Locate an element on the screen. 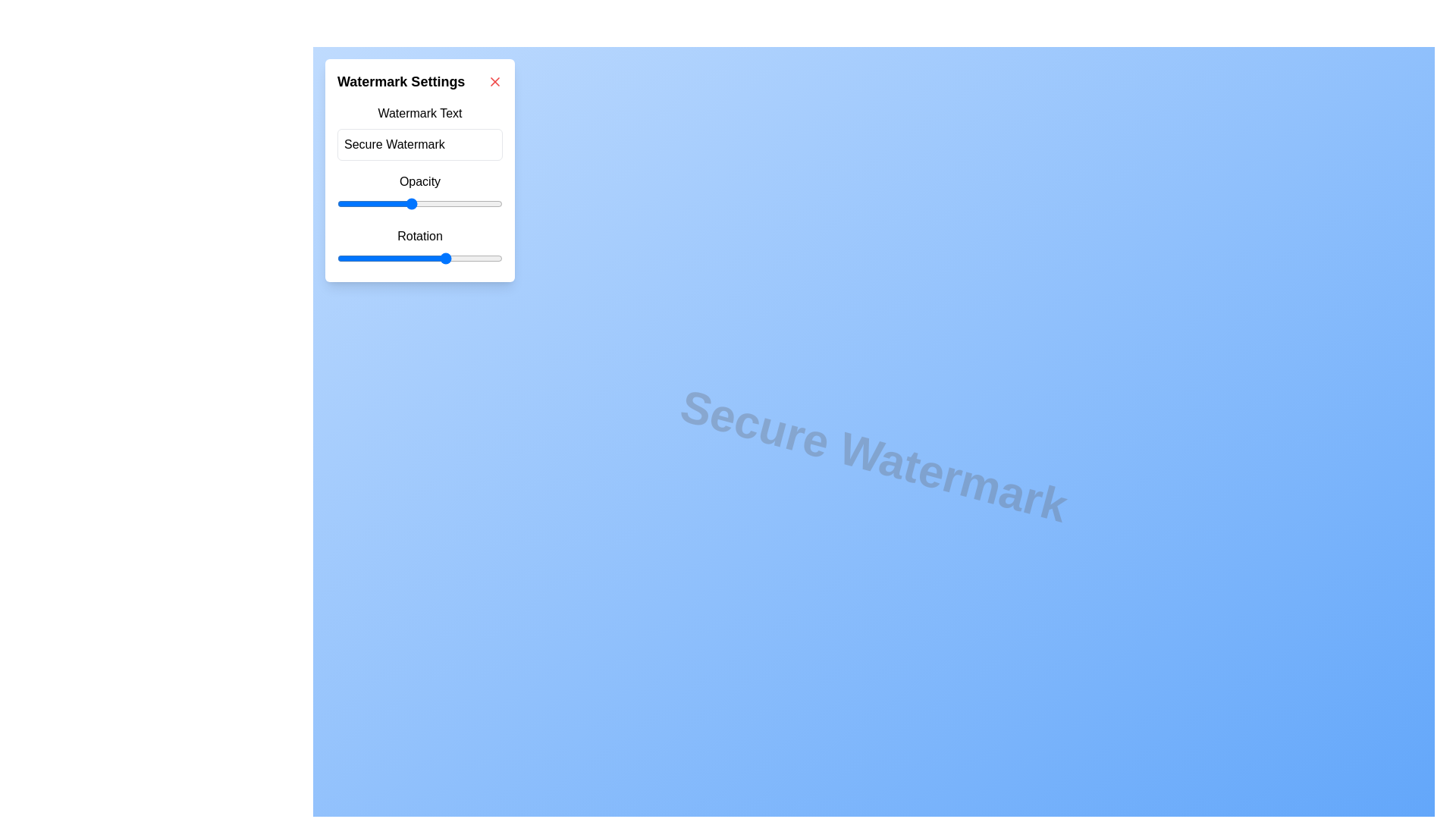 This screenshot has height=819, width=1456. the 'Opacity' text label to check for additional options that may highlight is located at coordinates (419, 180).